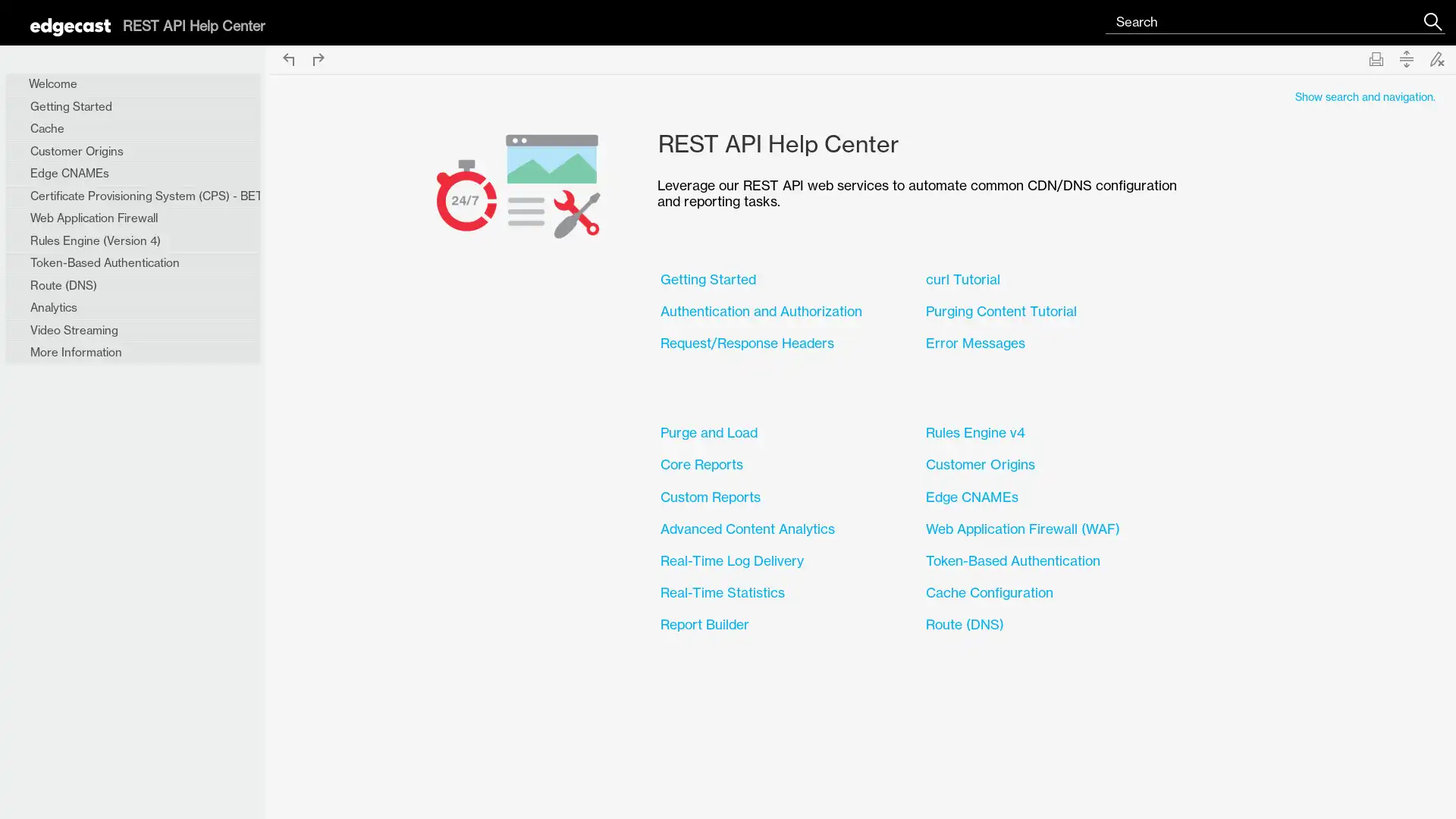 This screenshot has width=1456, height=819. I want to click on print, so click(1376, 58).